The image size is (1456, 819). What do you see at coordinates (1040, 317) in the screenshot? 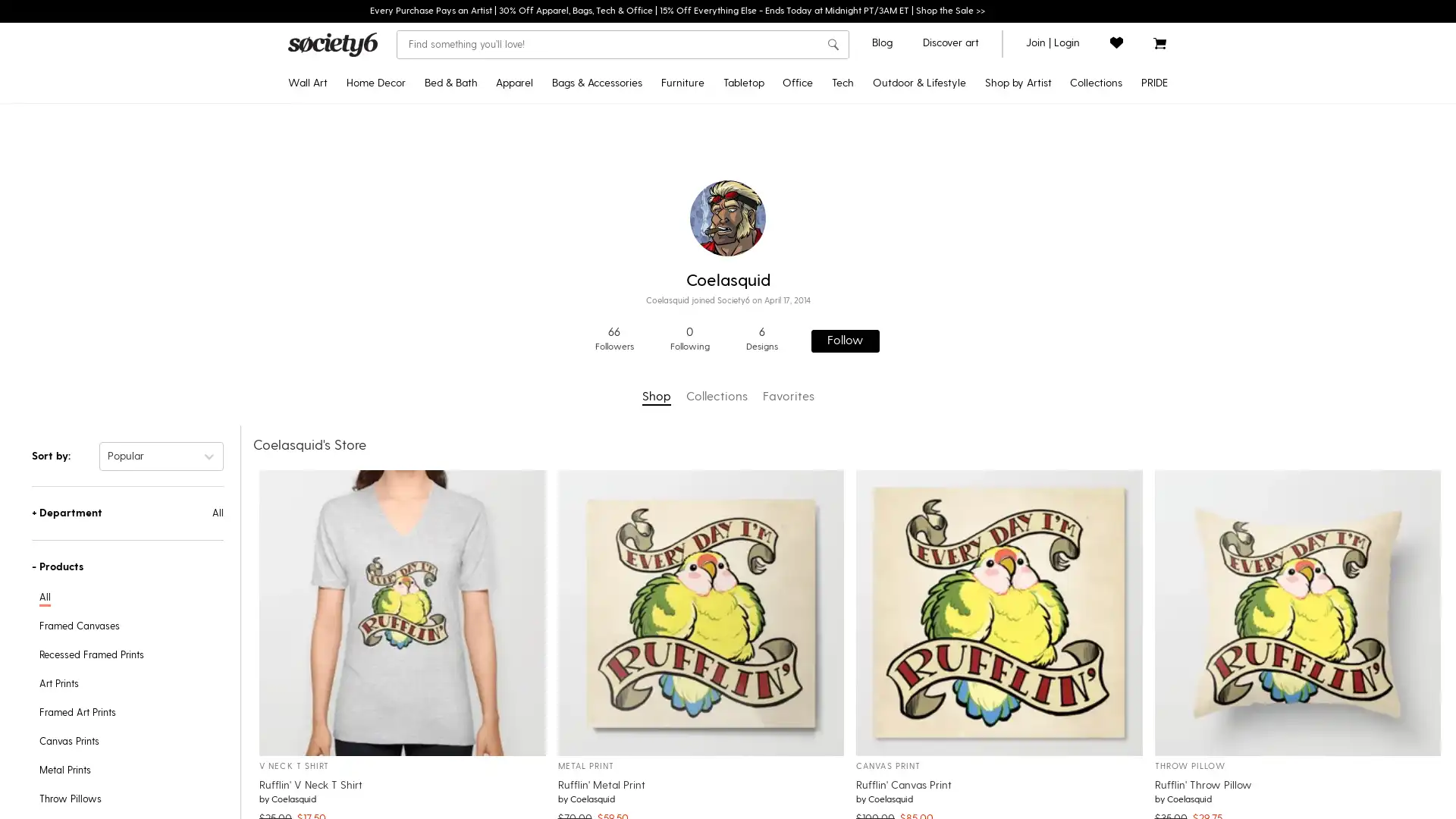
I see `Portraiture` at bounding box center [1040, 317].